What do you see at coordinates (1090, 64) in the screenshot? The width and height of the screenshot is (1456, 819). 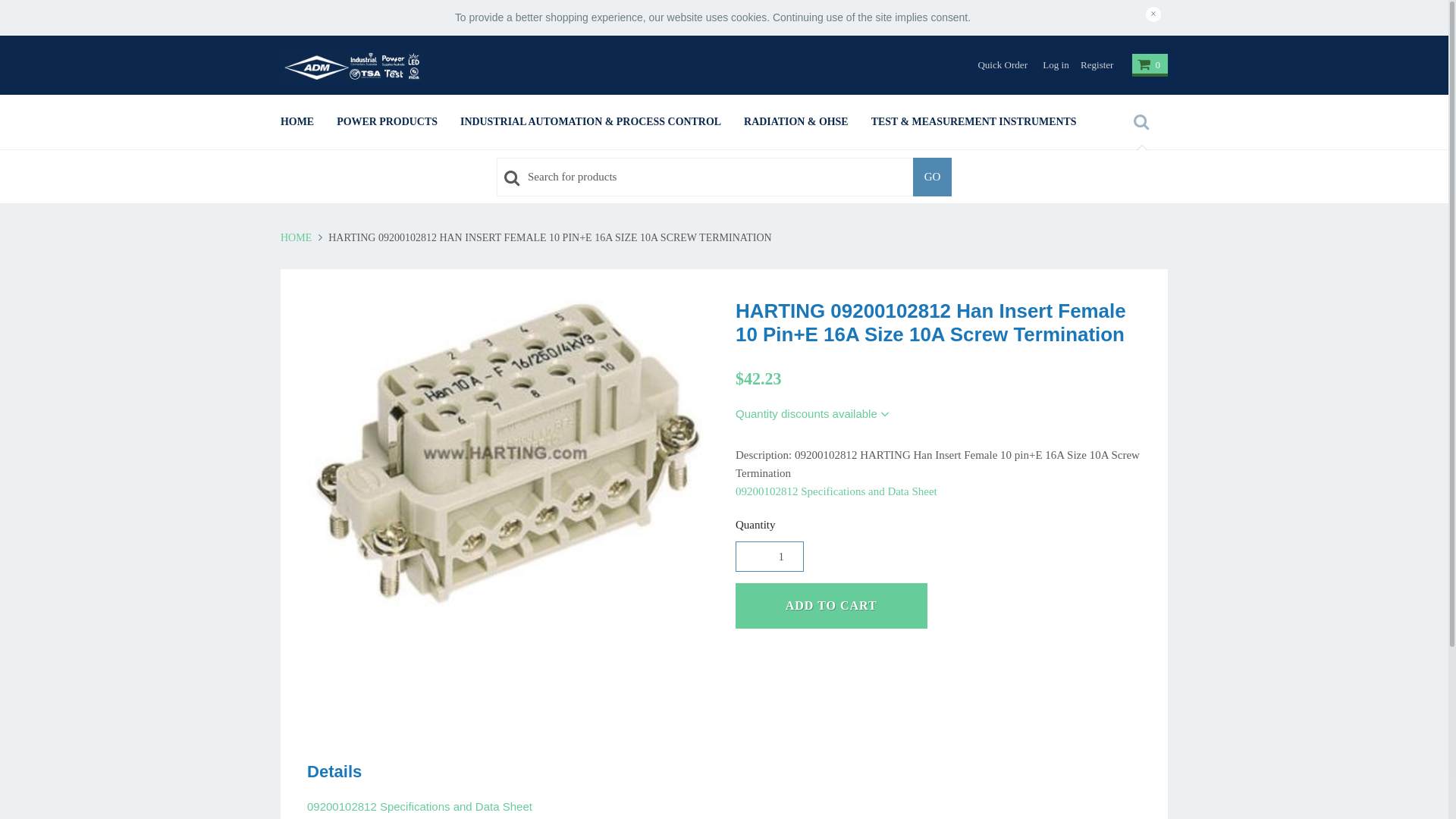 I see `'Register'` at bounding box center [1090, 64].